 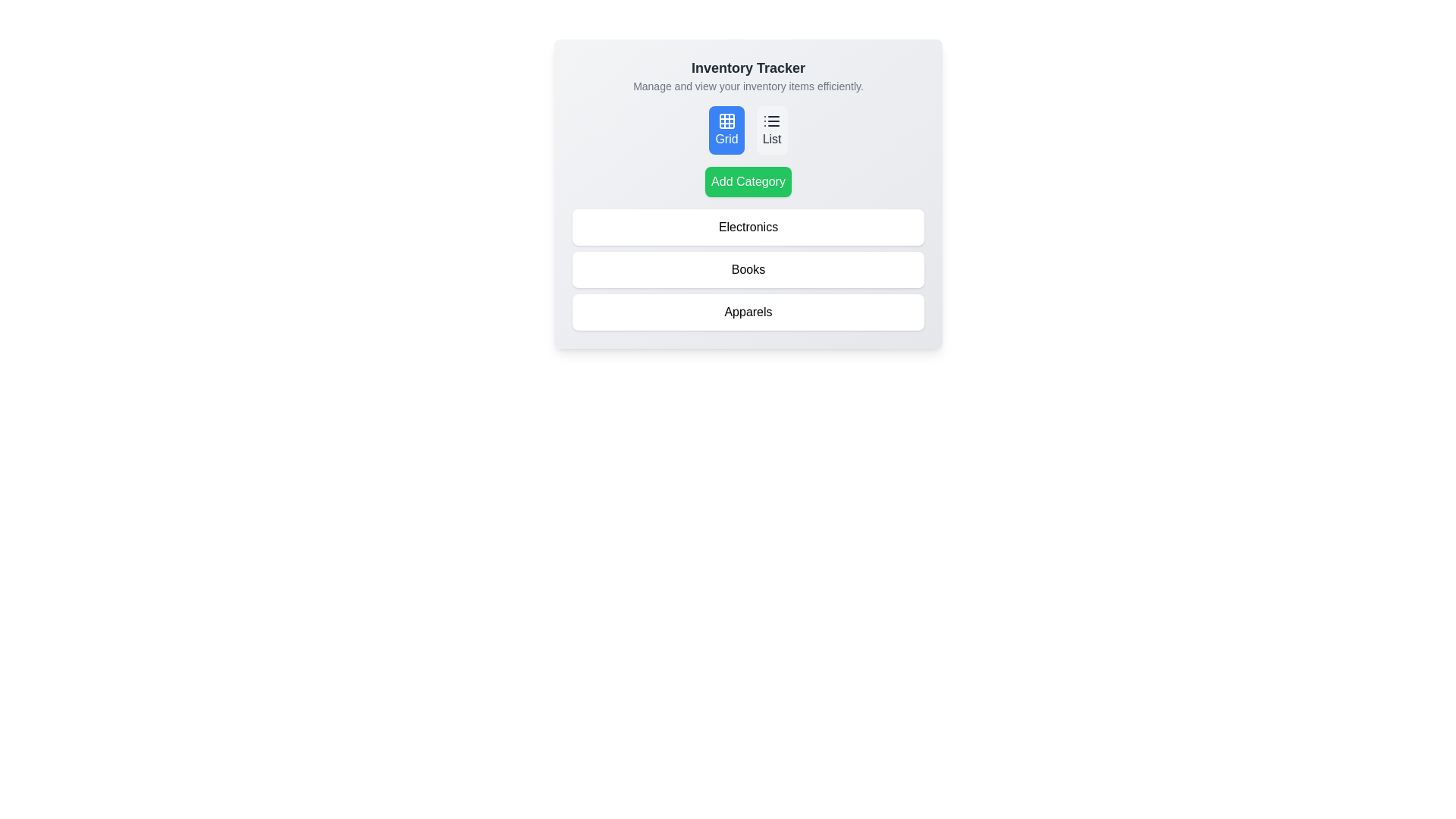 What do you see at coordinates (726, 130) in the screenshot?
I see `the toggle button for switching the display mode` at bounding box center [726, 130].